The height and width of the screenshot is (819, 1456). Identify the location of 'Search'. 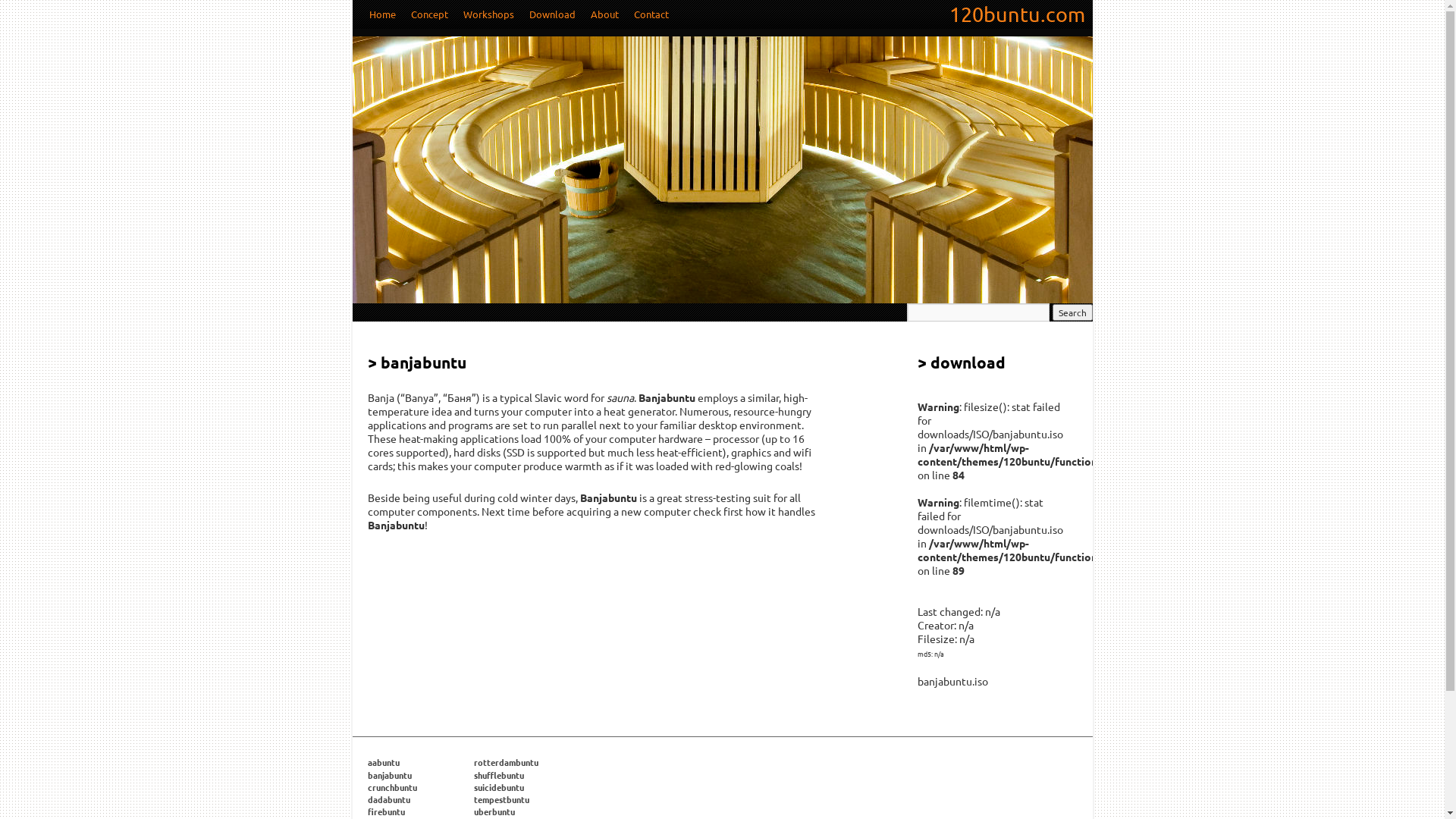
(1072, 312).